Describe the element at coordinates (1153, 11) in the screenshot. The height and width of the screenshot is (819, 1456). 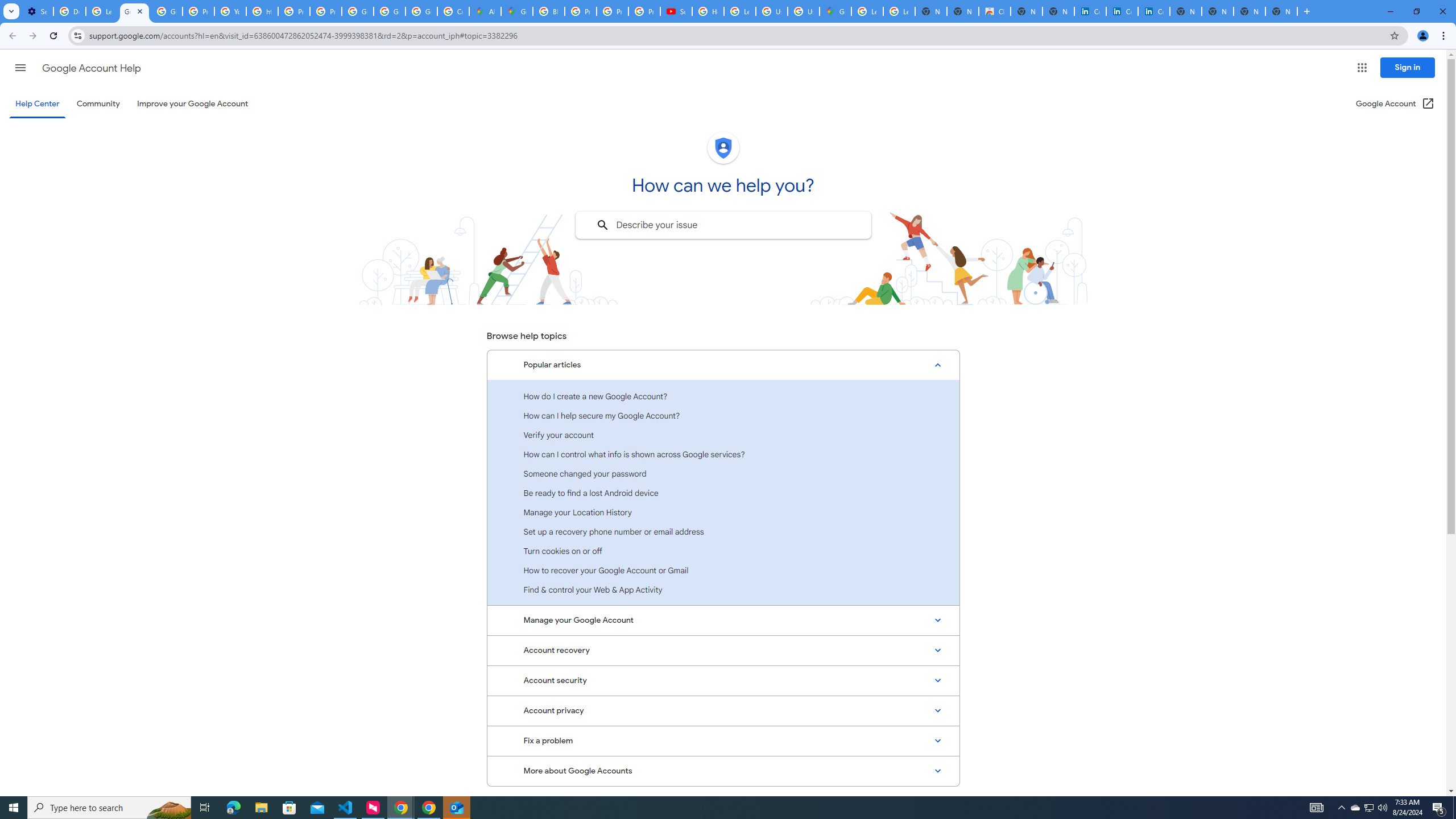
I see `'Copyright Policy'` at that location.